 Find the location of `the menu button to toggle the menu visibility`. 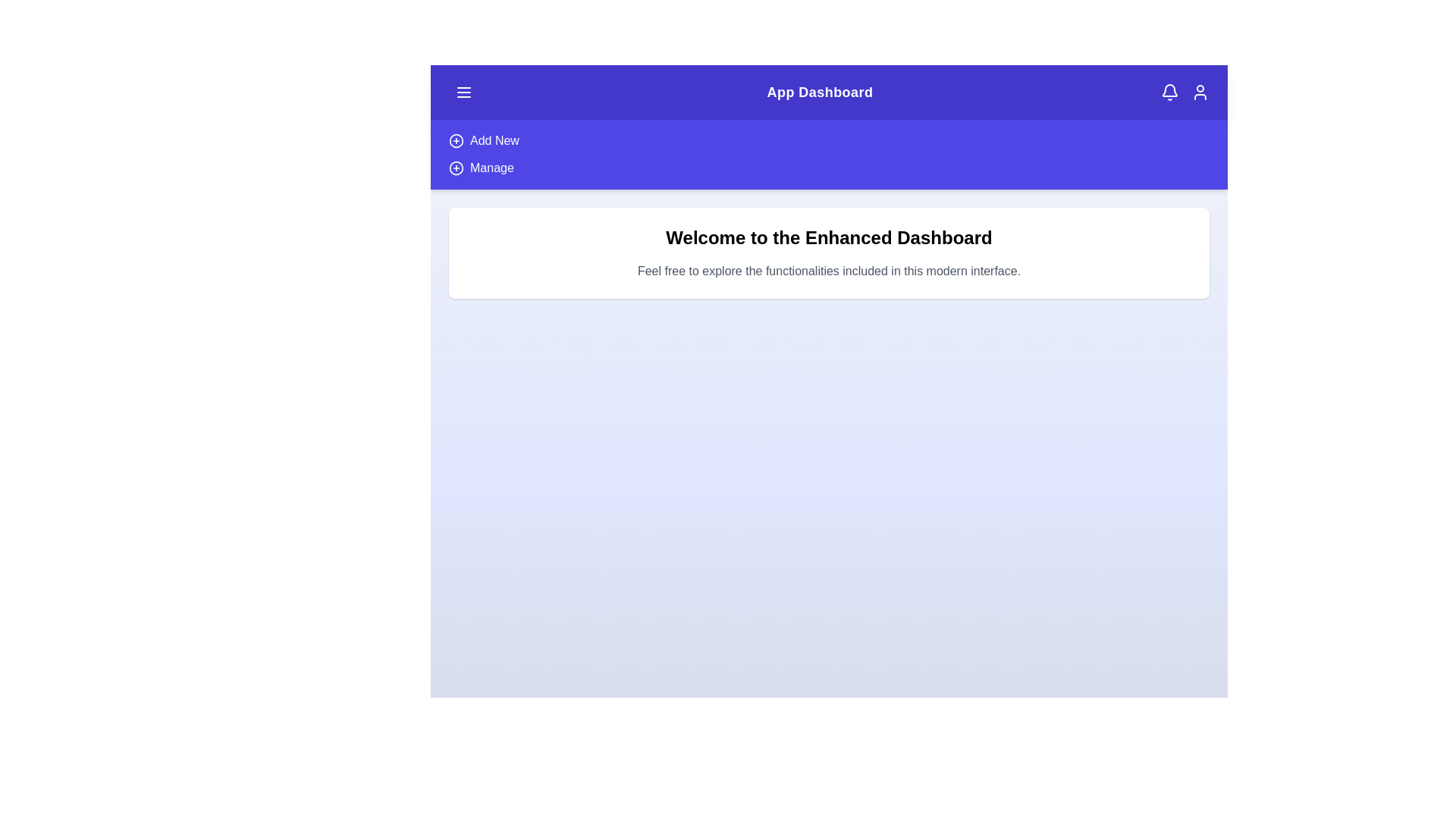

the menu button to toggle the menu visibility is located at coordinates (463, 93).